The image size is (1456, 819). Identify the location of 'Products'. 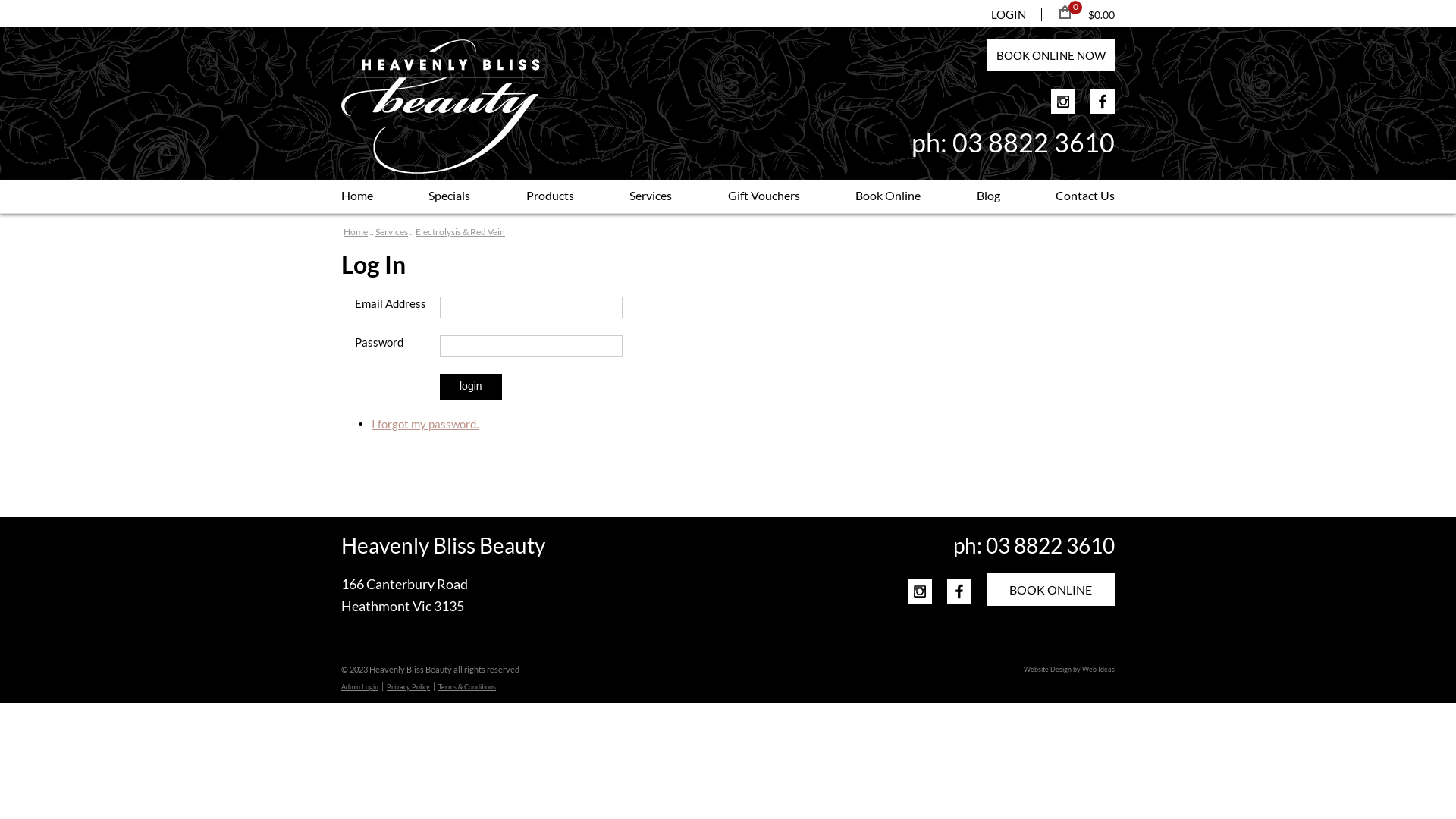
(526, 196).